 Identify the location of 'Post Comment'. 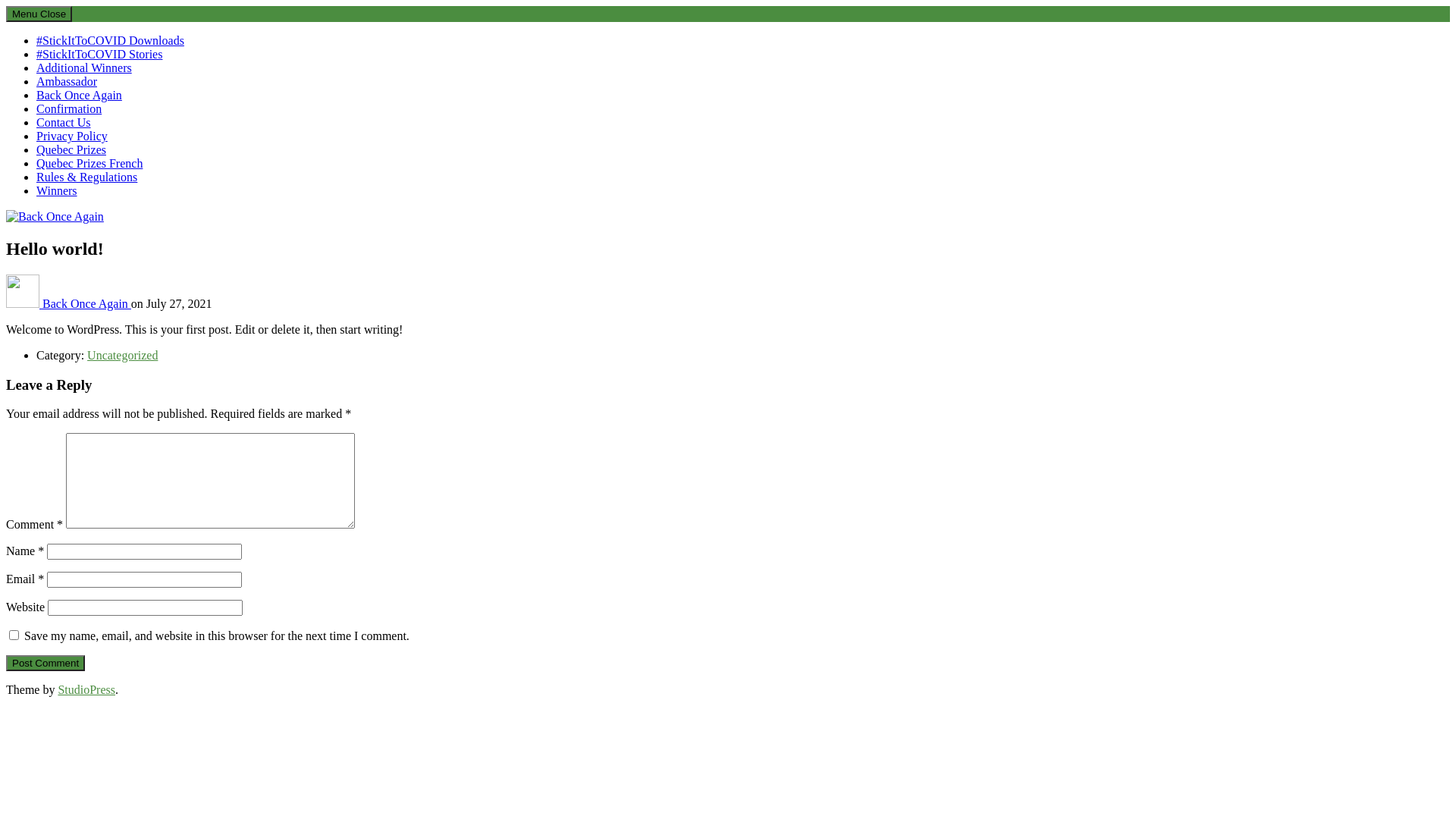
(45, 662).